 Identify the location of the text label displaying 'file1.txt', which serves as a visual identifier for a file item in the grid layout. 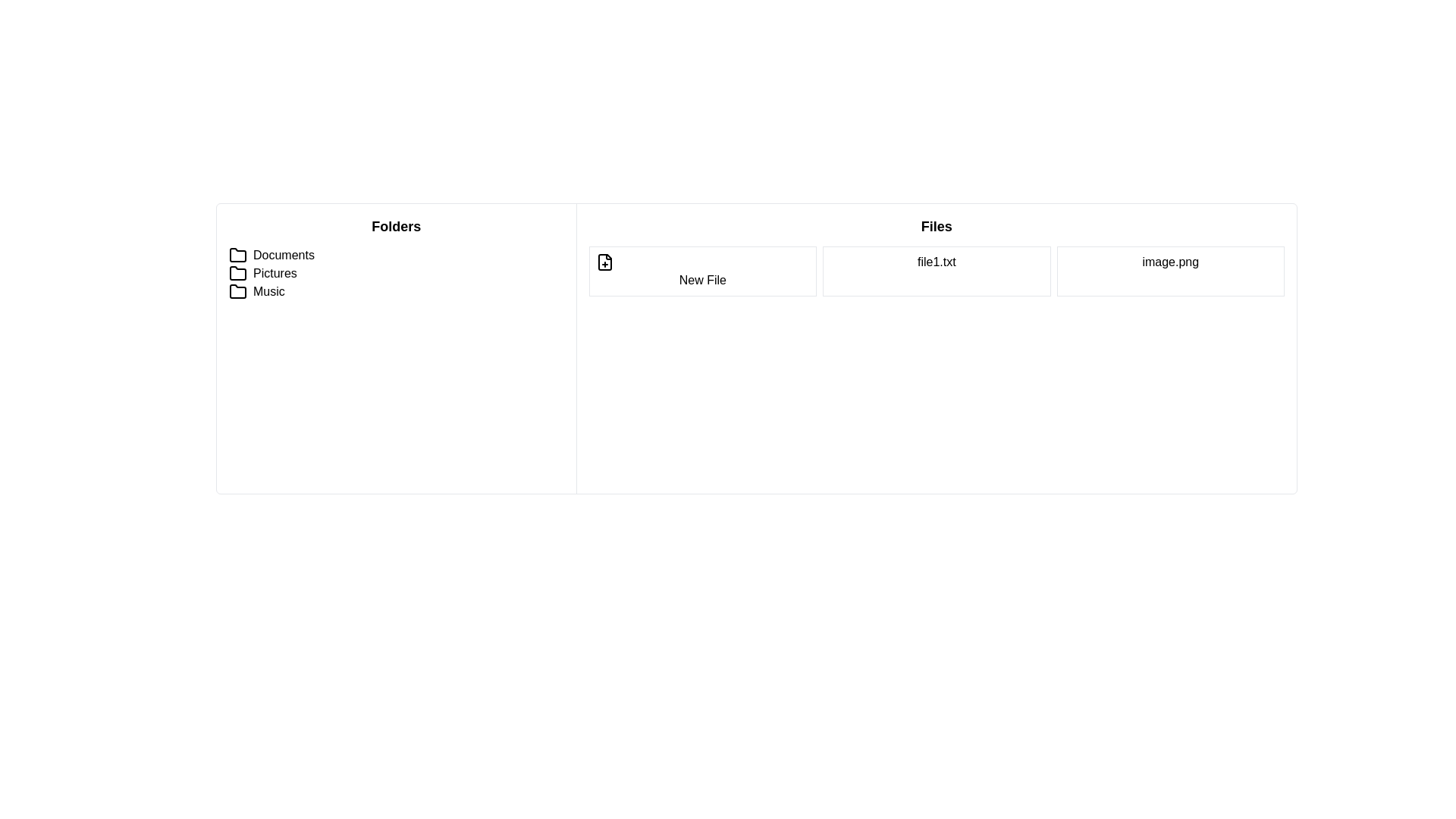
(936, 271).